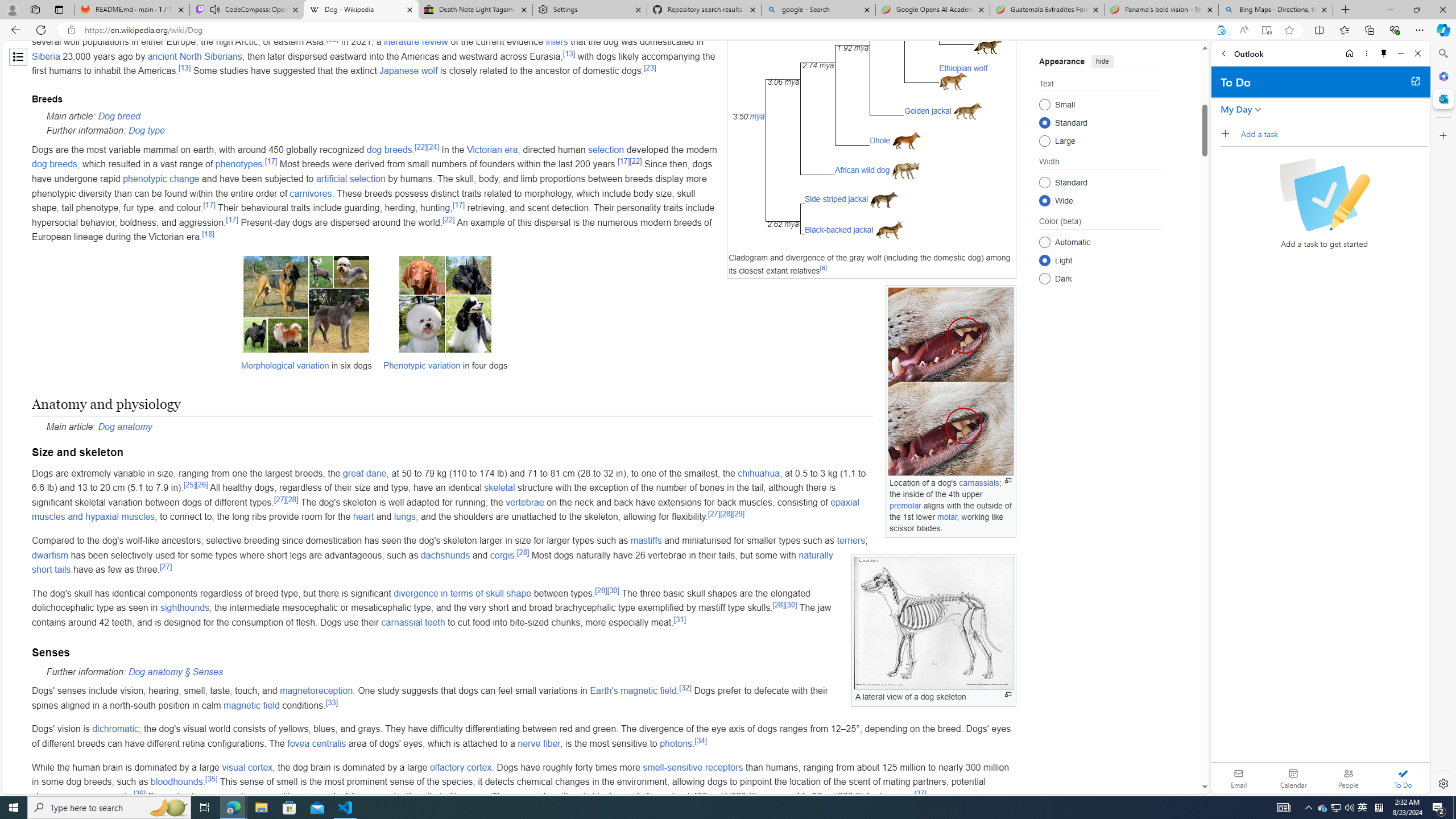  Describe the element at coordinates (115, 729) in the screenshot. I see `'dichromatic'` at that location.